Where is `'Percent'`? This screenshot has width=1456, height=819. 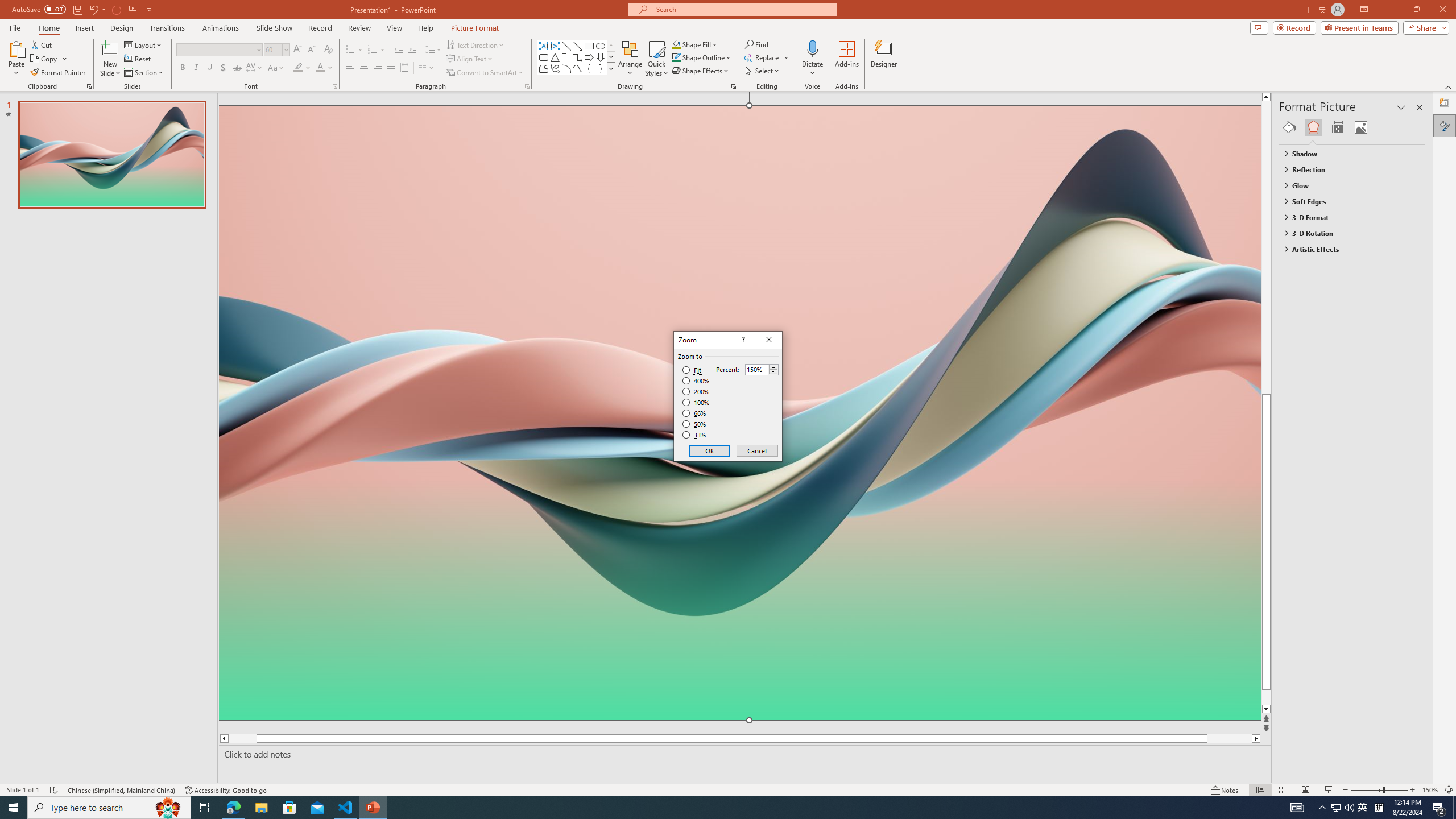
'Percent' is located at coordinates (762, 369).